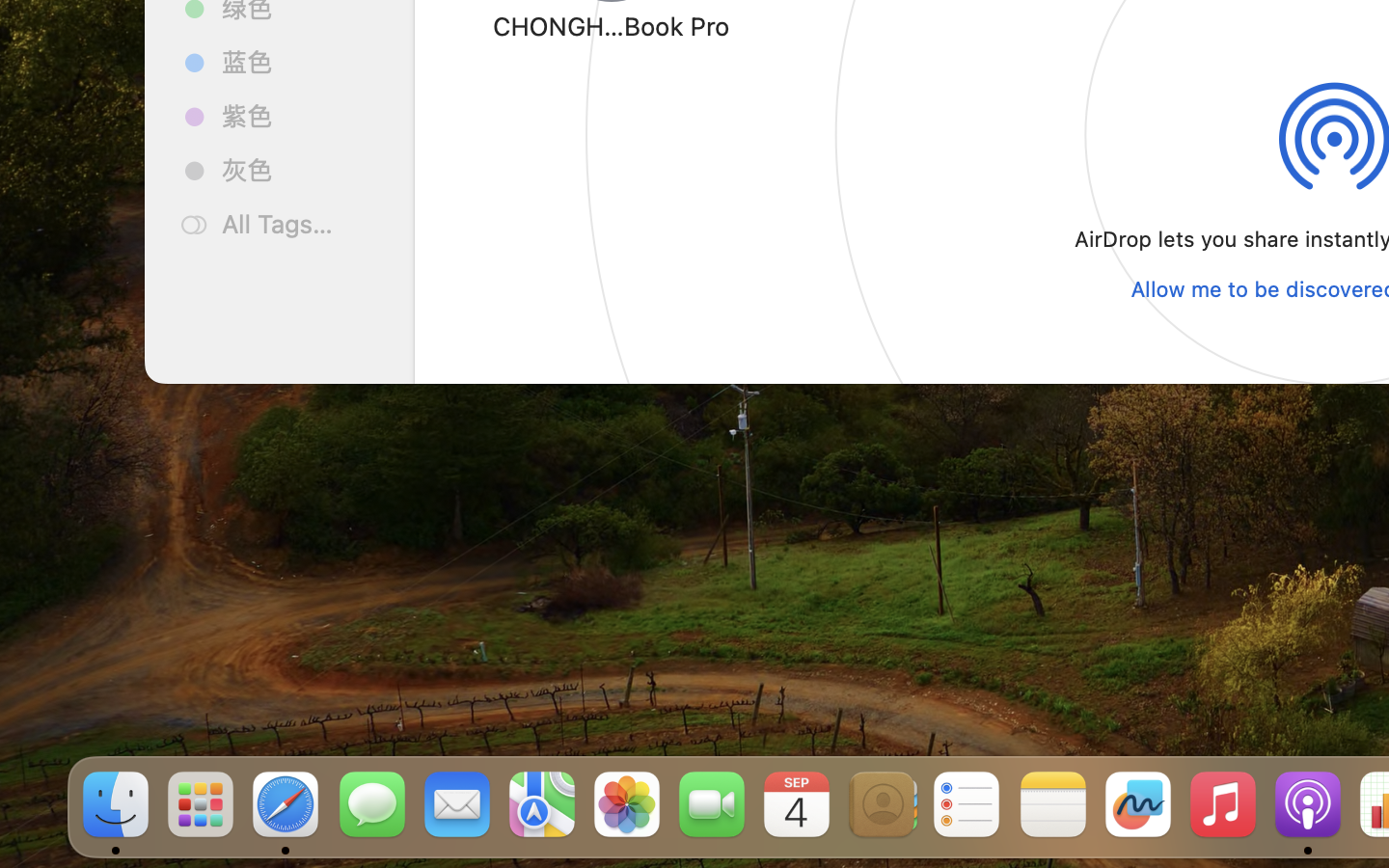  I want to click on '紫色', so click(300, 115).